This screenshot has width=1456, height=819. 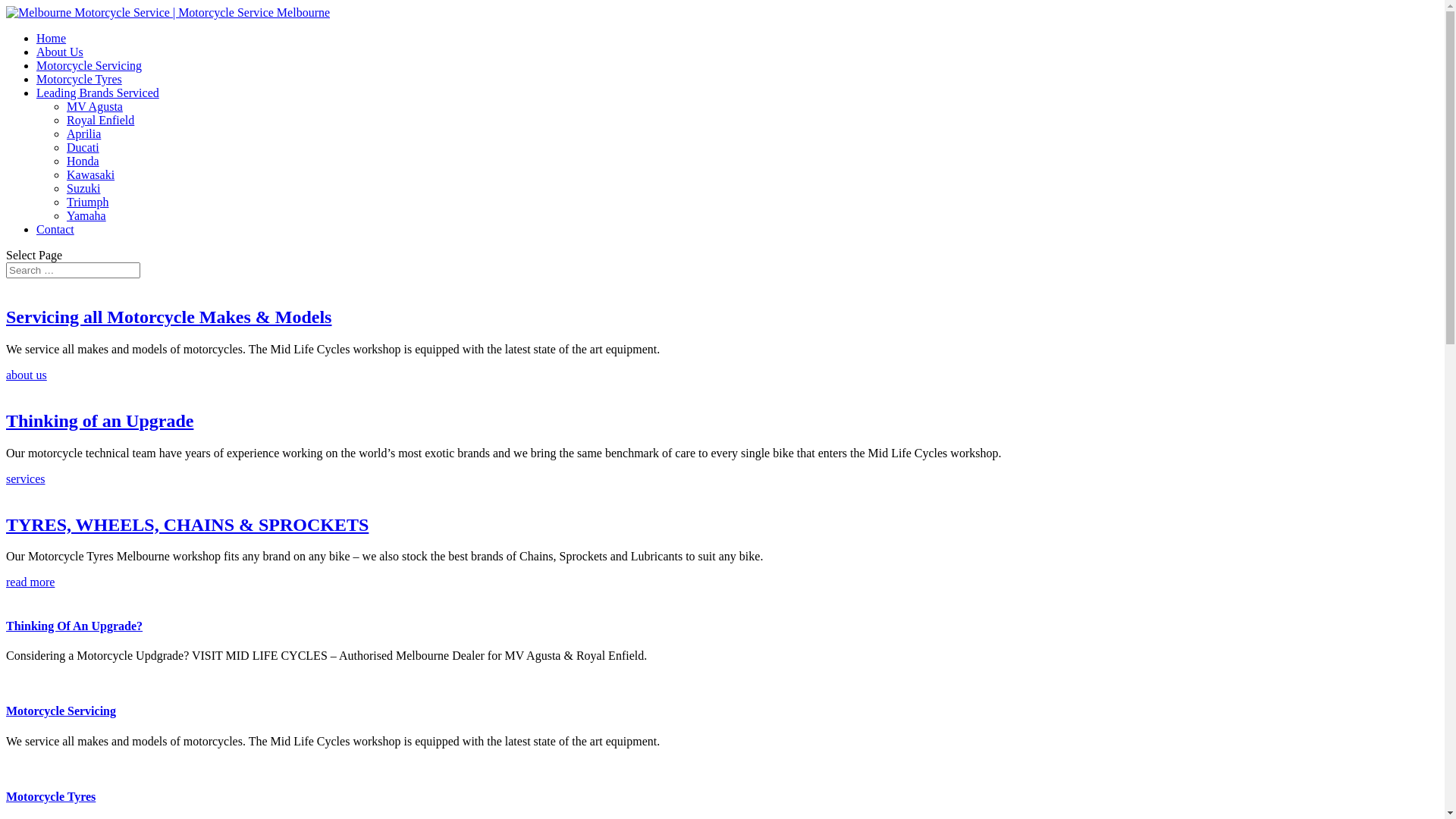 What do you see at coordinates (59, 51) in the screenshot?
I see `'About Us'` at bounding box center [59, 51].